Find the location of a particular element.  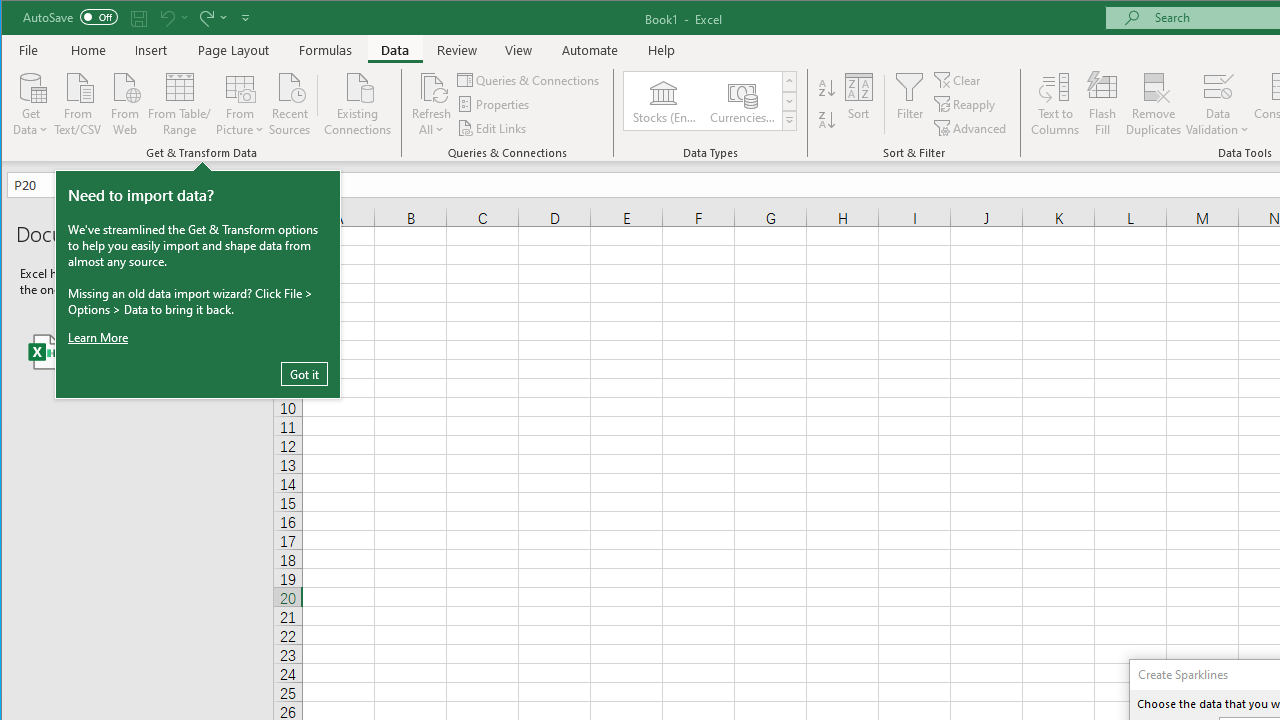

'Redo' is located at coordinates (211, 17).